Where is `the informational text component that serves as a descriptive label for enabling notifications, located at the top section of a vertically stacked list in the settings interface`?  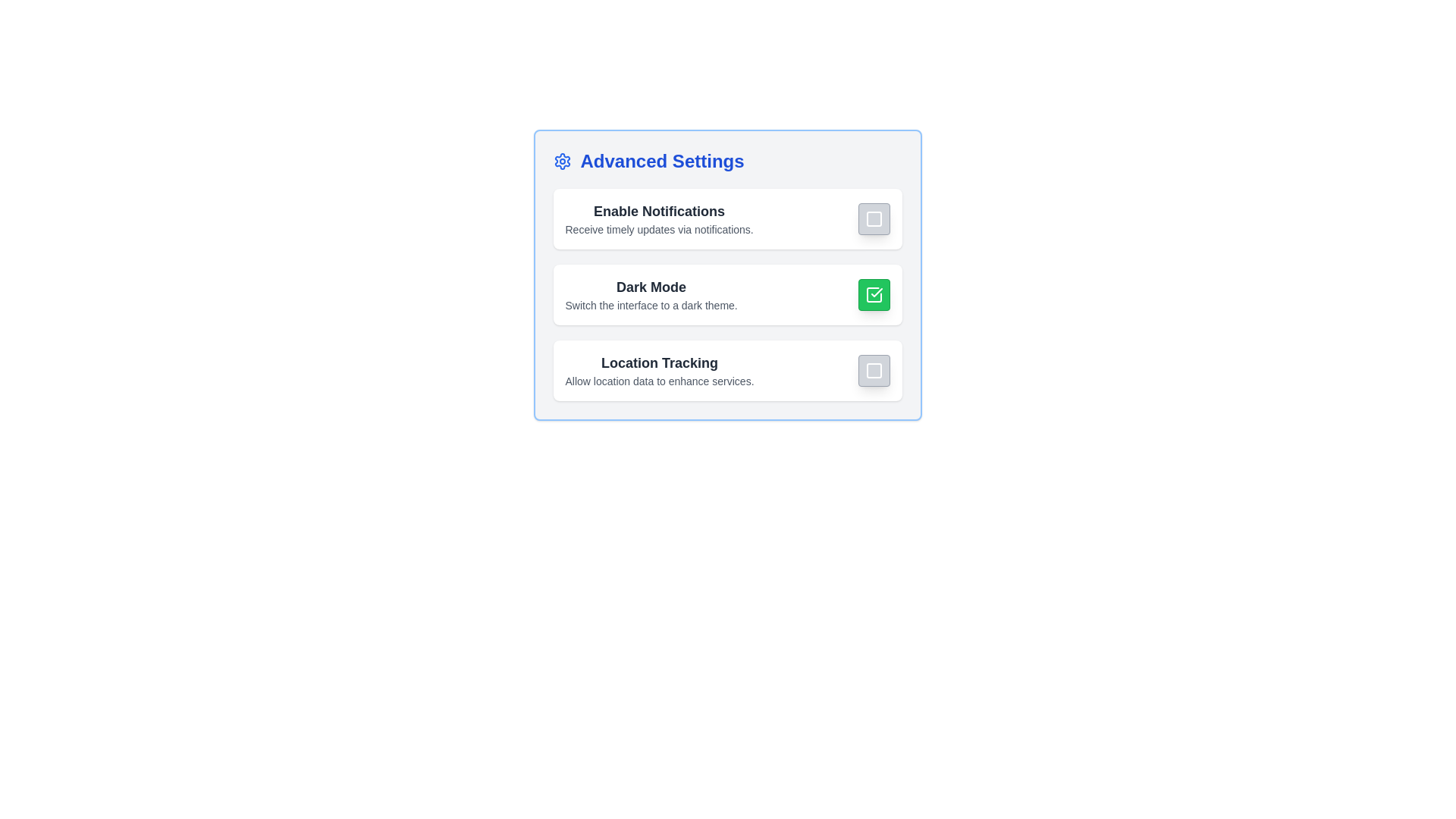
the informational text component that serves as a descriptive label for enabling notifications, located at the top section of a vertically stacked list in the settings interface is located at coordinates (659, 219).